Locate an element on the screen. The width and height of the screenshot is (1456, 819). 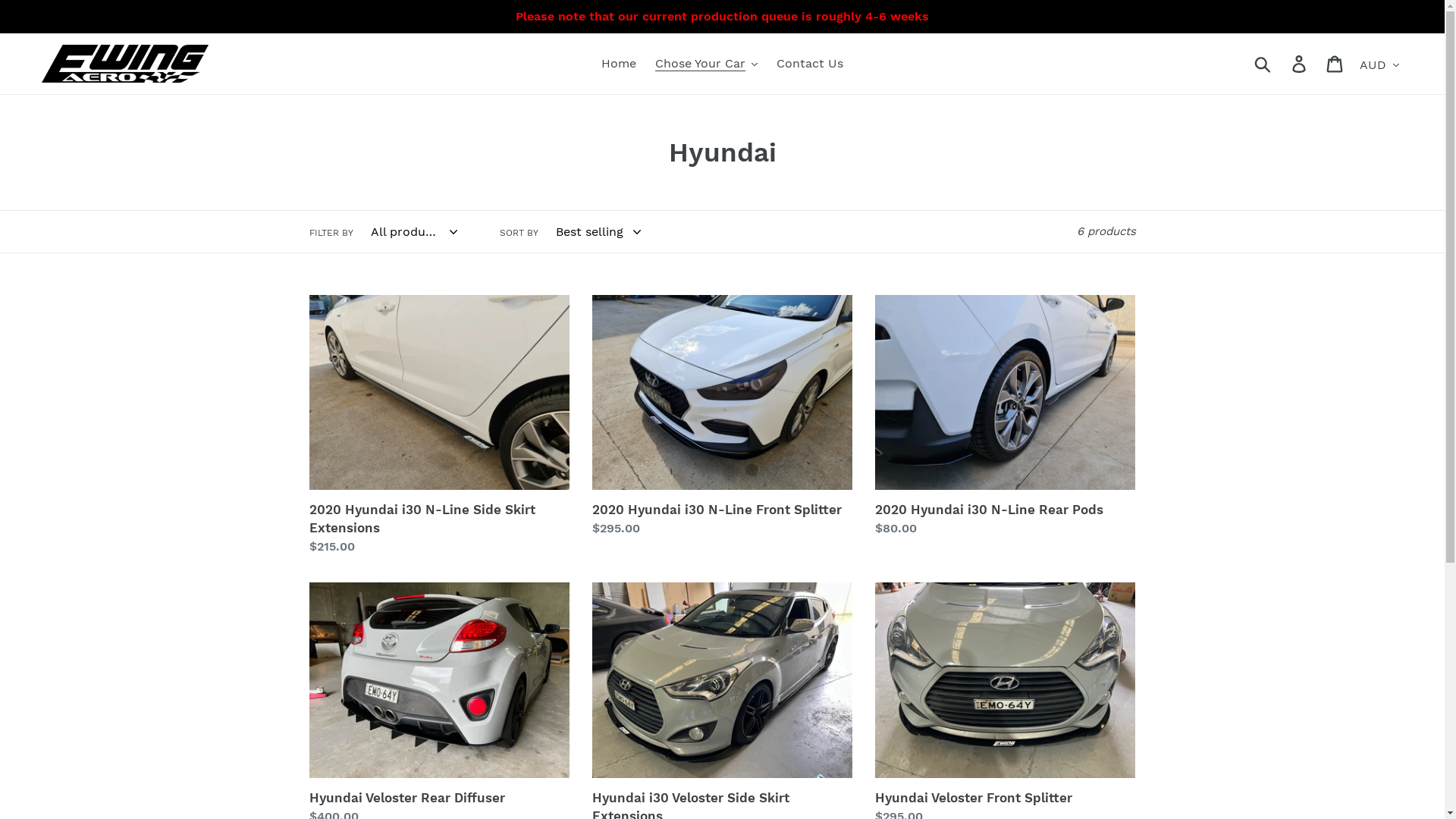
'Cart' is located at coordinates (1335, 63).